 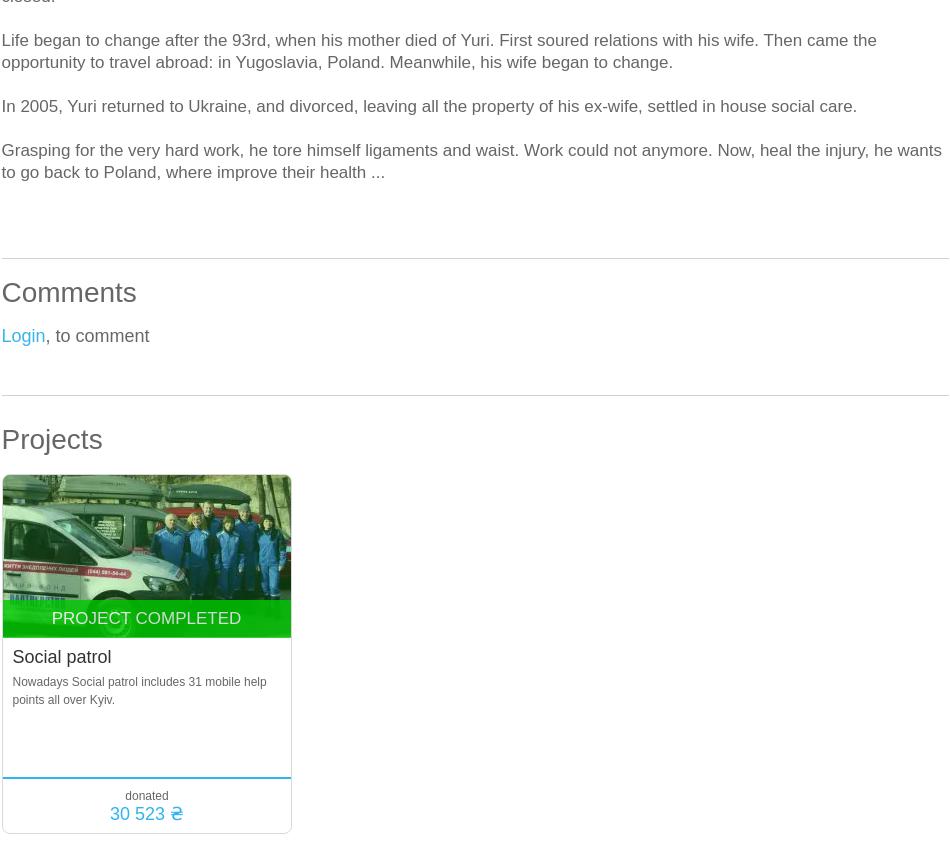 I want to click on ', to comment', so click(x=45, y=336).